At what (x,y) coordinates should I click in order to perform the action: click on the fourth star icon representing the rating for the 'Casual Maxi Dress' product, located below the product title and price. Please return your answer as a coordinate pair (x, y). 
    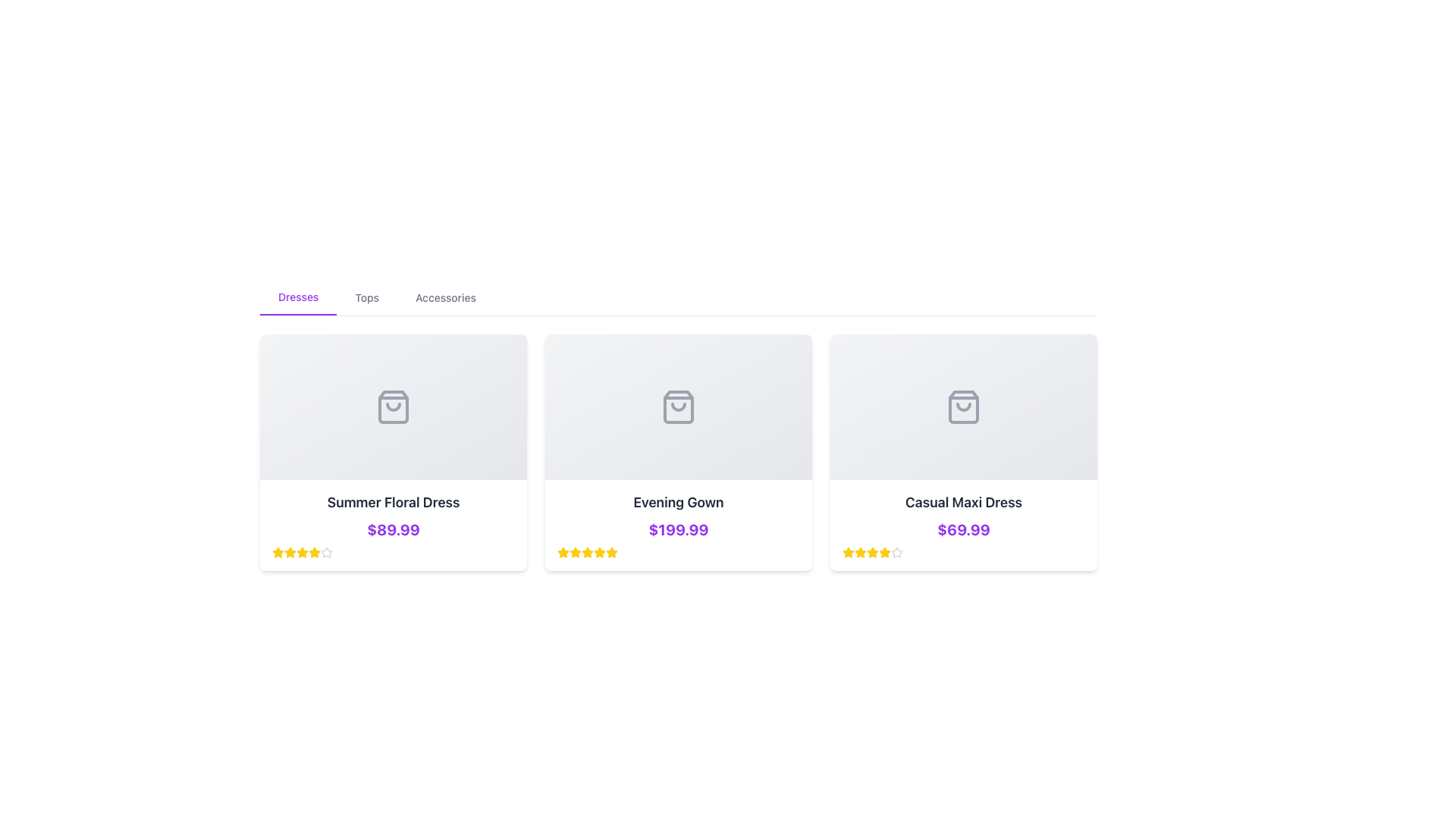
    Looking at the image, I should click on (873, 553).